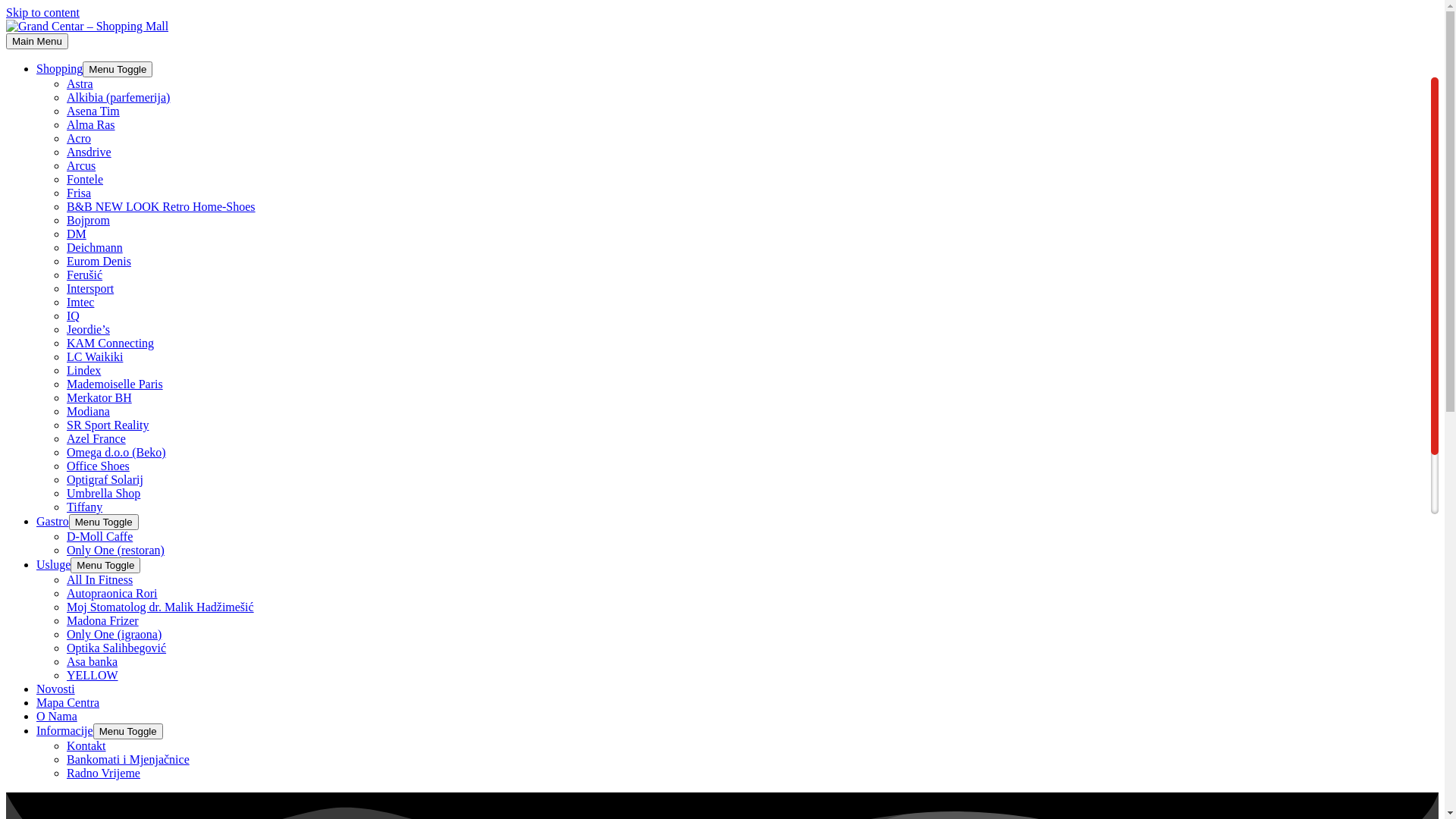 Image resolution: width=1456 pixels, height=819 pixels. What do you see at coordinates (59, 68) in the screenshot?
I see `'Shopping'` at bounding box center [59, 68].